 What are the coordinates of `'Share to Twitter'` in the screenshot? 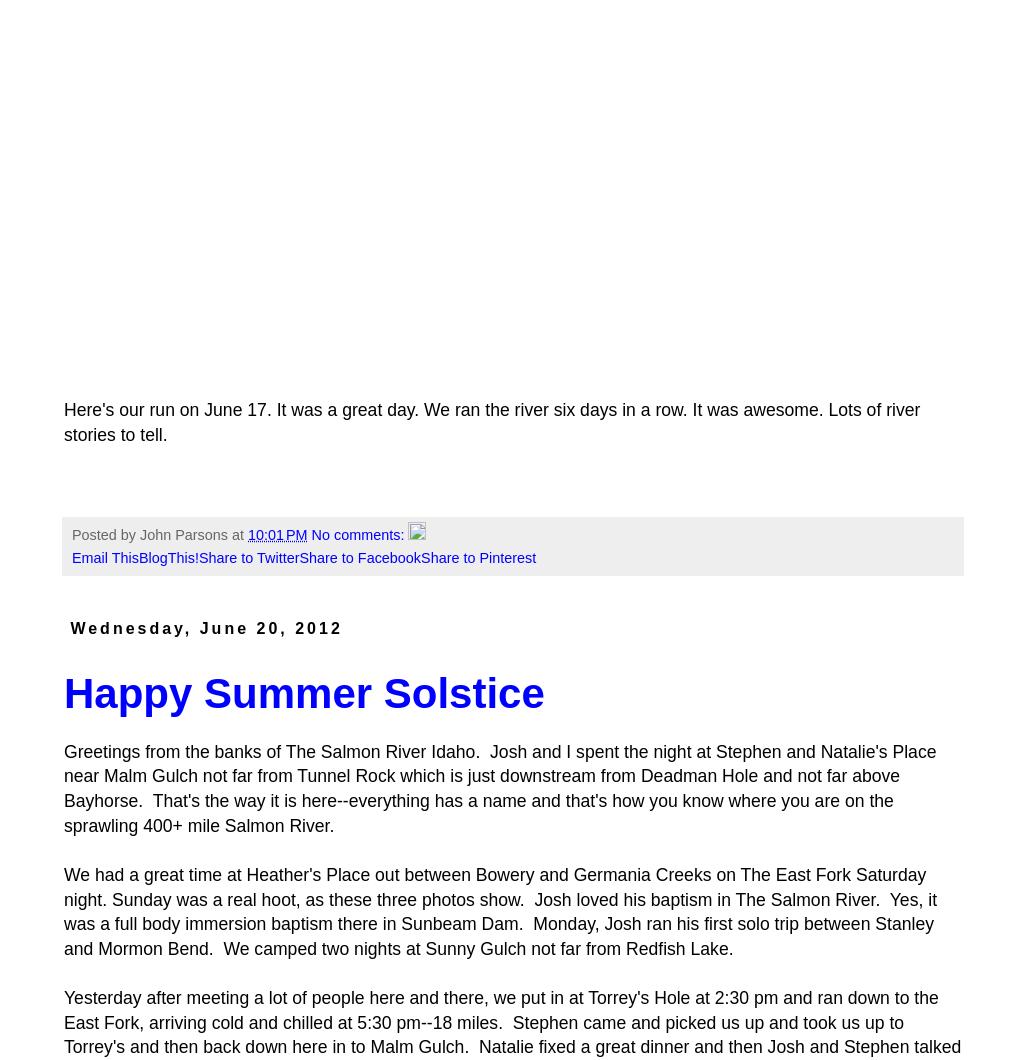 It's located at (198, 557).